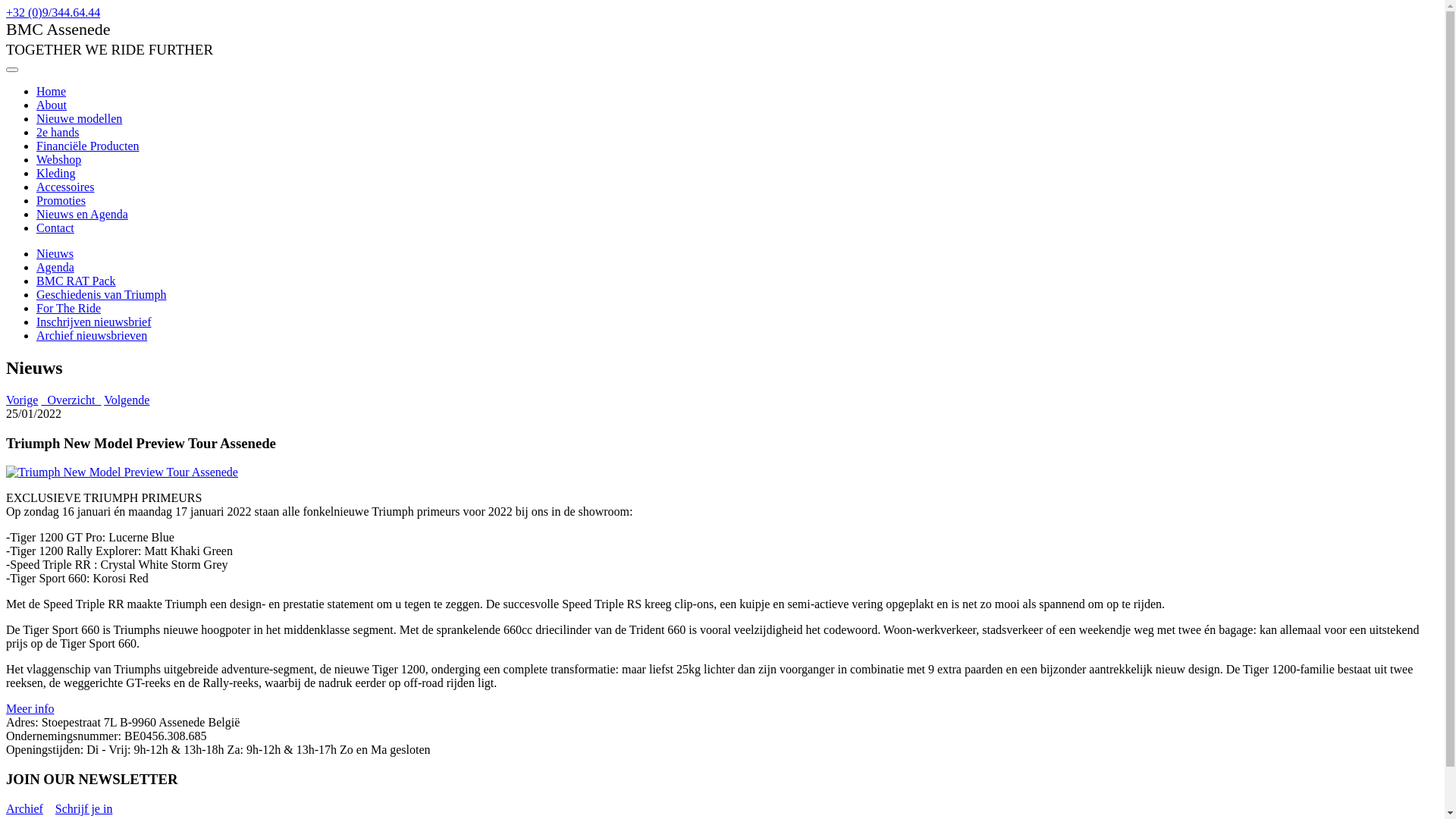  Describe the element at coordinates (90, 334) in the screenshot. I see `'Archief nieuwsbrieven'` at that location.